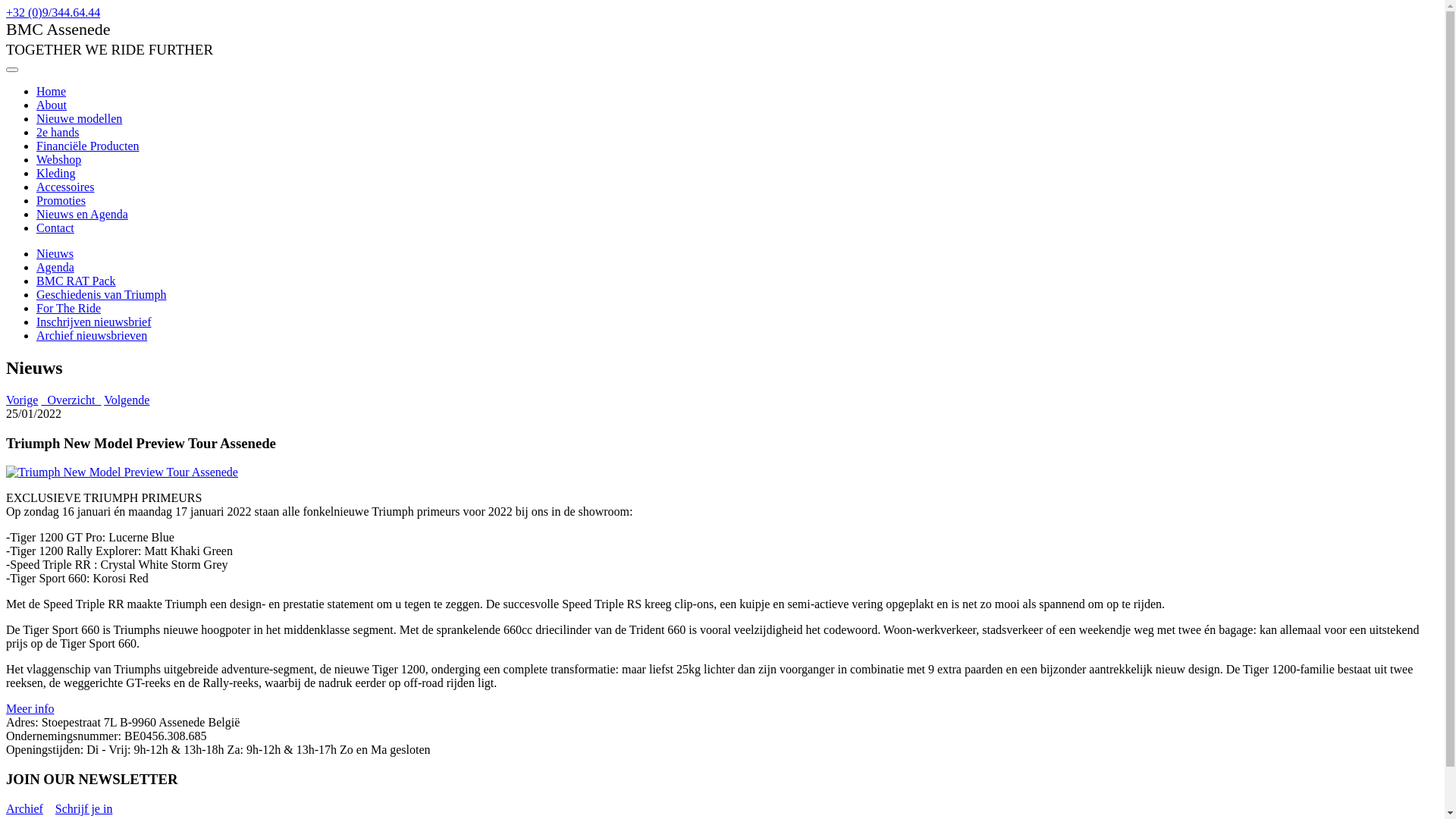  Describe the element at coordinates (90, 334) in the screenshot. I see `'Archief nieuwsbrieven'` at that location.